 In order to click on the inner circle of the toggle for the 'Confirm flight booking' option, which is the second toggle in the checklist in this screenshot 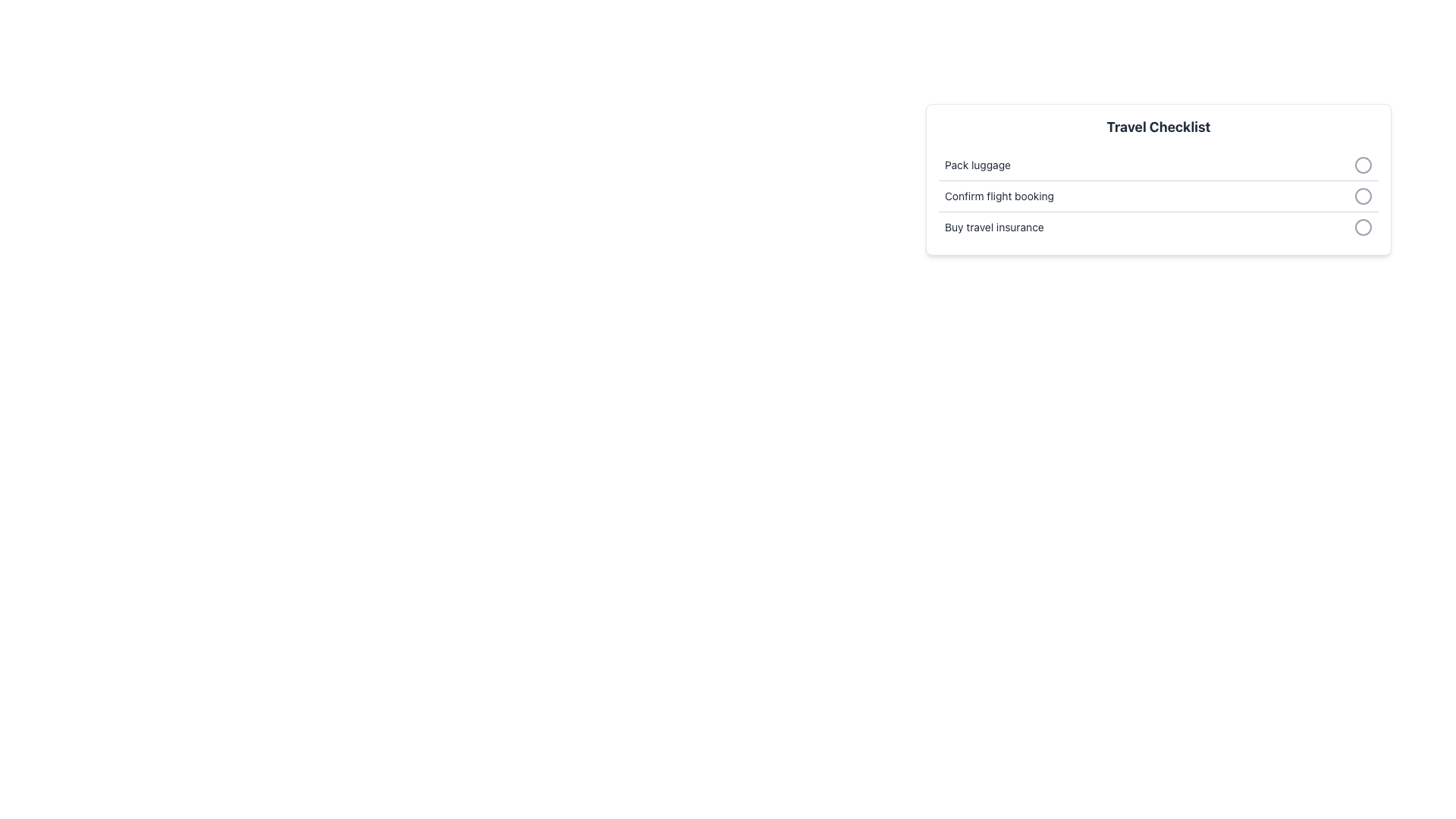, I will do `click(1363, 195)`.